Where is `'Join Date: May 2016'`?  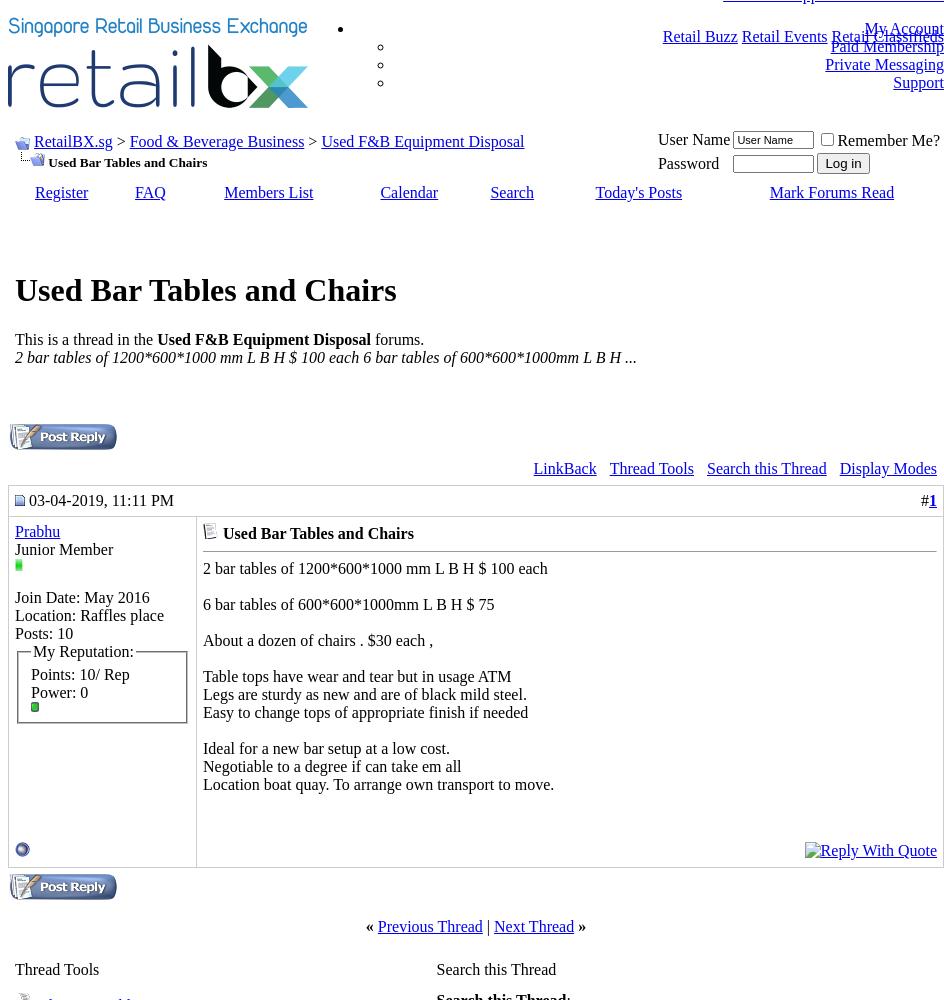
'Join Date: May 2016' is located at coordinates (81, 595).